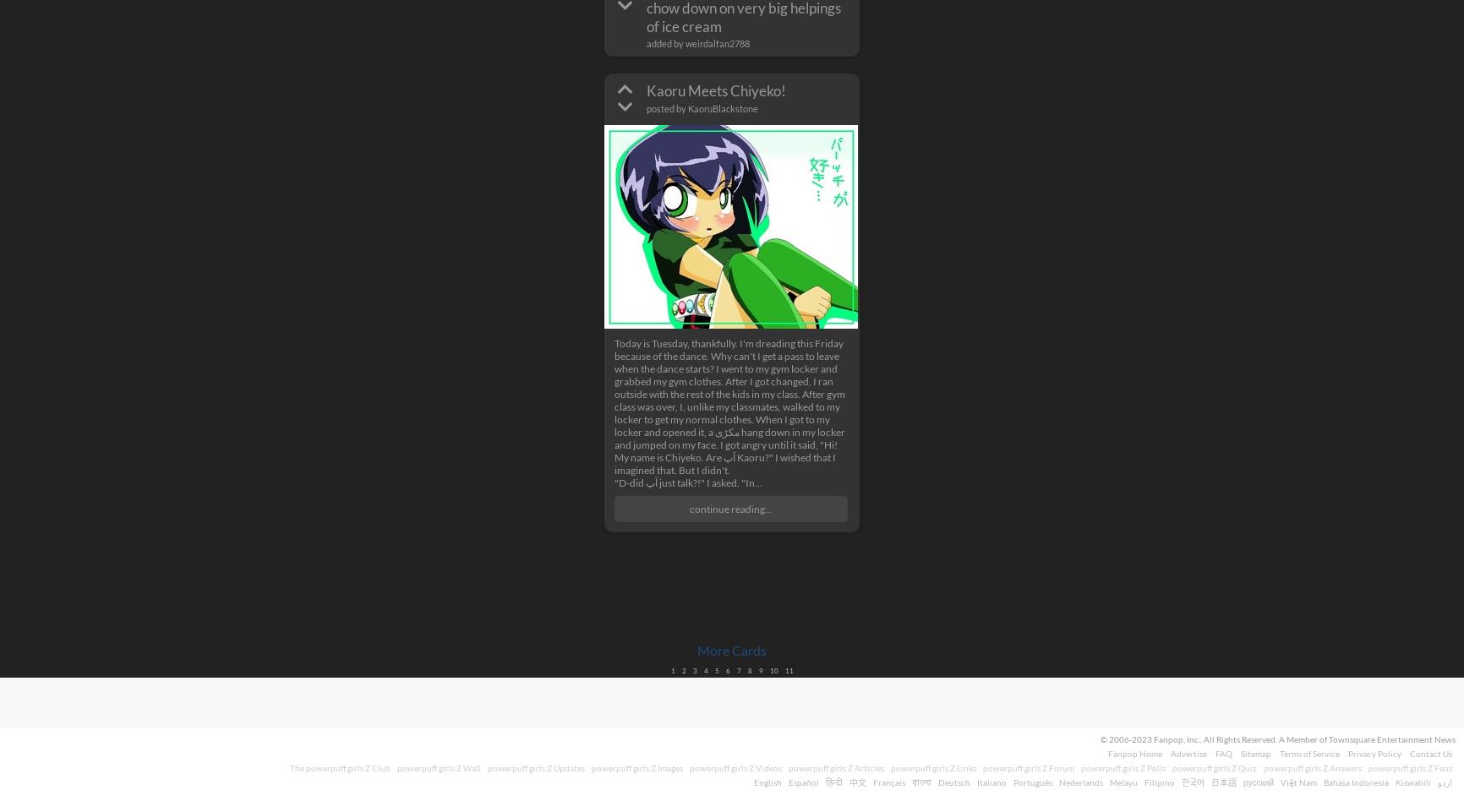 The width and height of the screenshot is (1464, 812). I want to click on 'Kaoru Meets Chiyeko!', so click(715, 90).